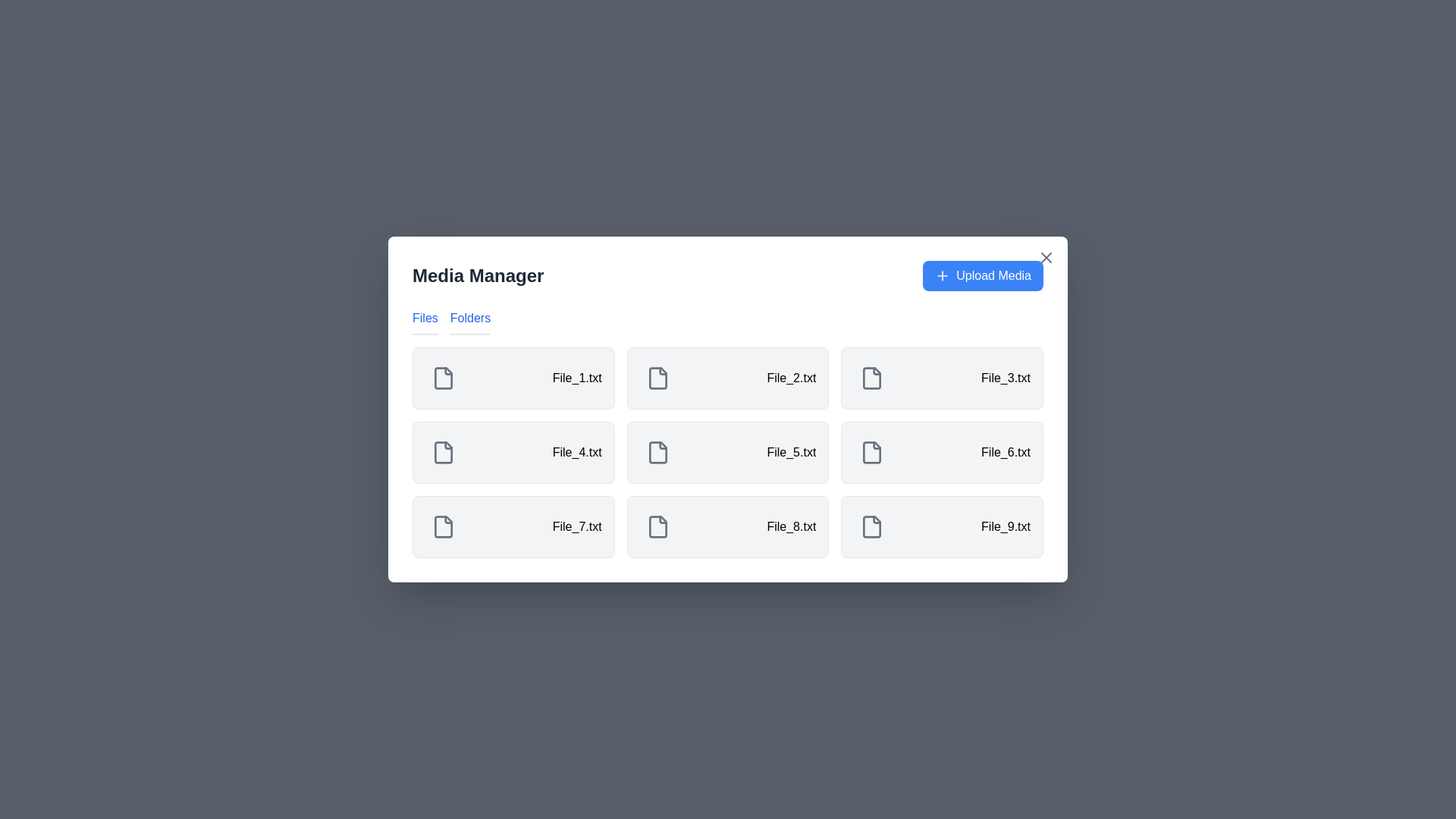 The image size is (1456, 819). I want to click on the file icon resembling a page with a folded corner located adjacent to the filename label 'File_7.txt' in the bottom-left quadrant of the layout, so click(443, 526).